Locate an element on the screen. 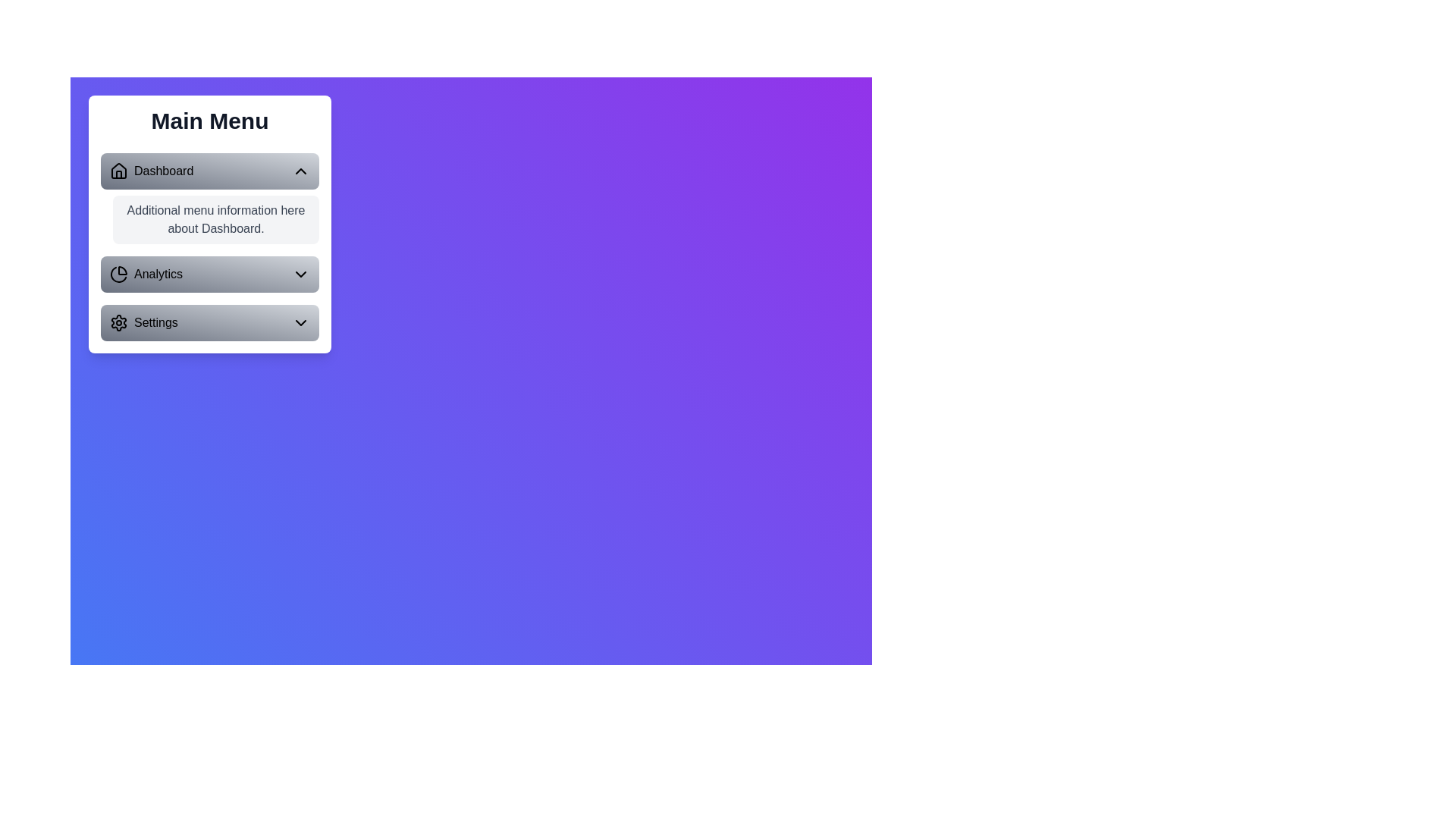  informational text displayed in gray font that states: 'Additional menu information here about Dashboard.' This text is located within the dropdown section related to the 'Dashboard' menu option, positioned below the 'Dashboard' label and icon is located at coordinates (215, 219).